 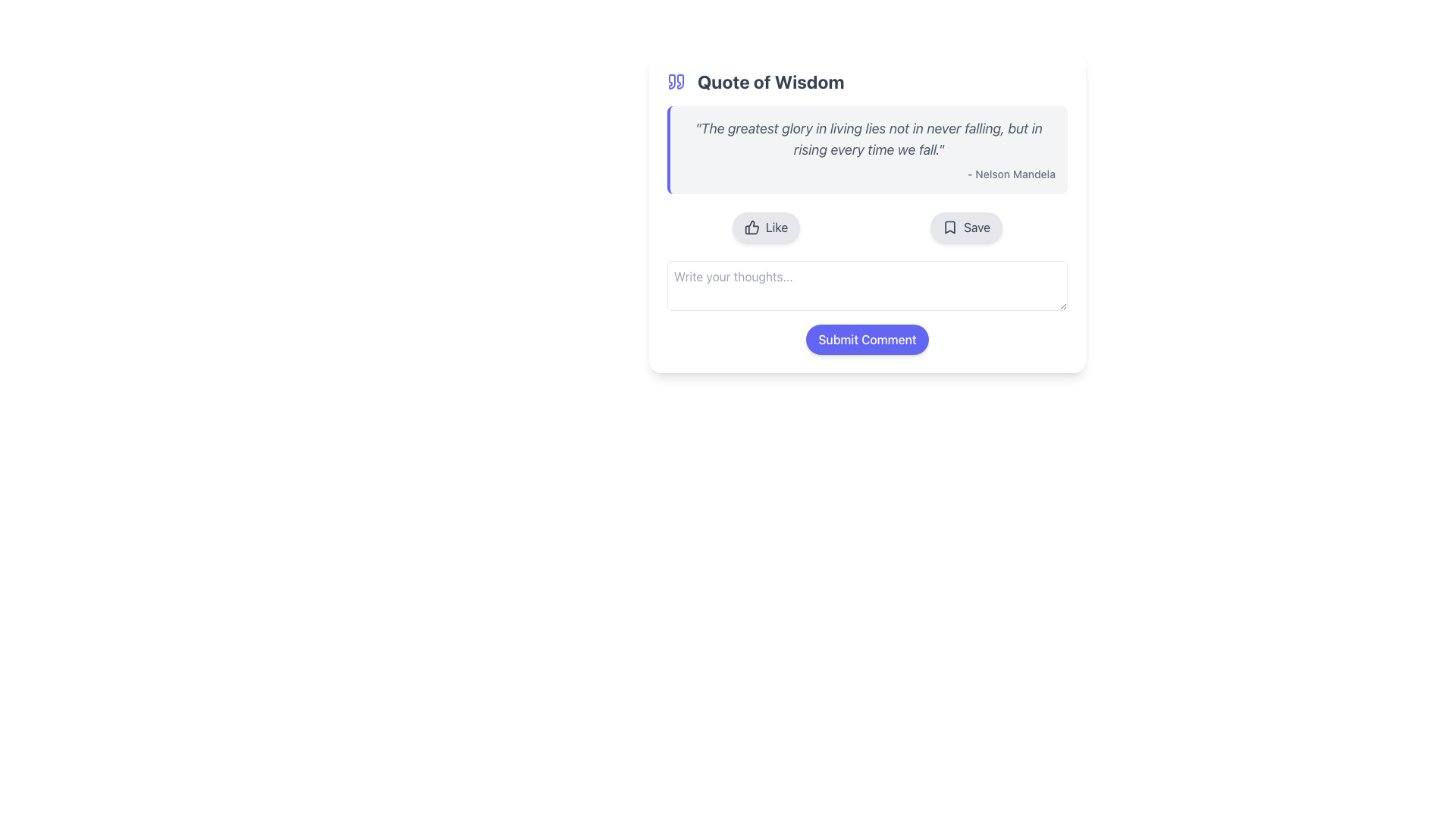 I want to click on the 'Like' button located under the 'Quote of Wisdom' section, so click(x=765, y=227).